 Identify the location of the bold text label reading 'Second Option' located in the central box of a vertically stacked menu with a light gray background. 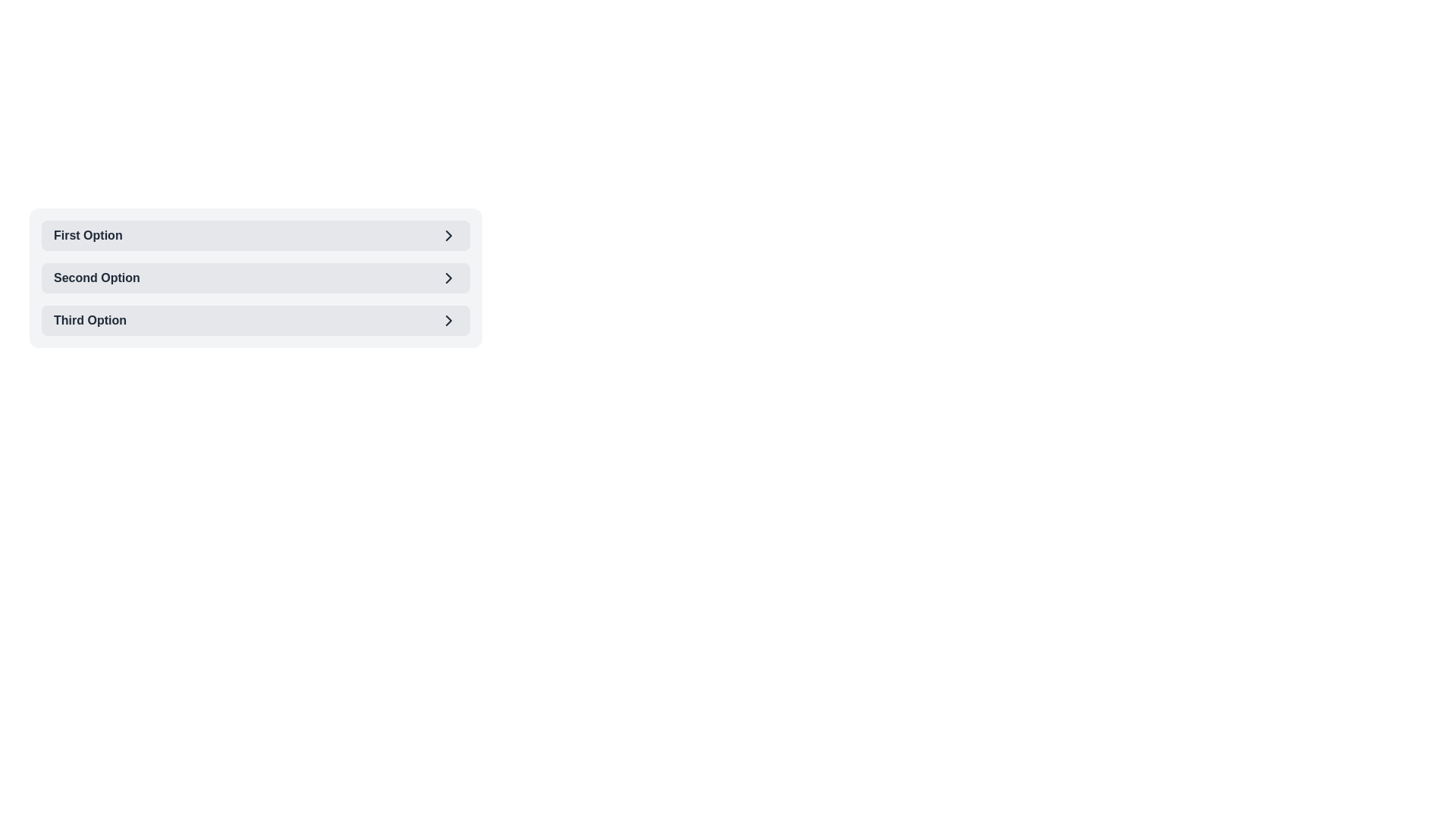
(96, 278).